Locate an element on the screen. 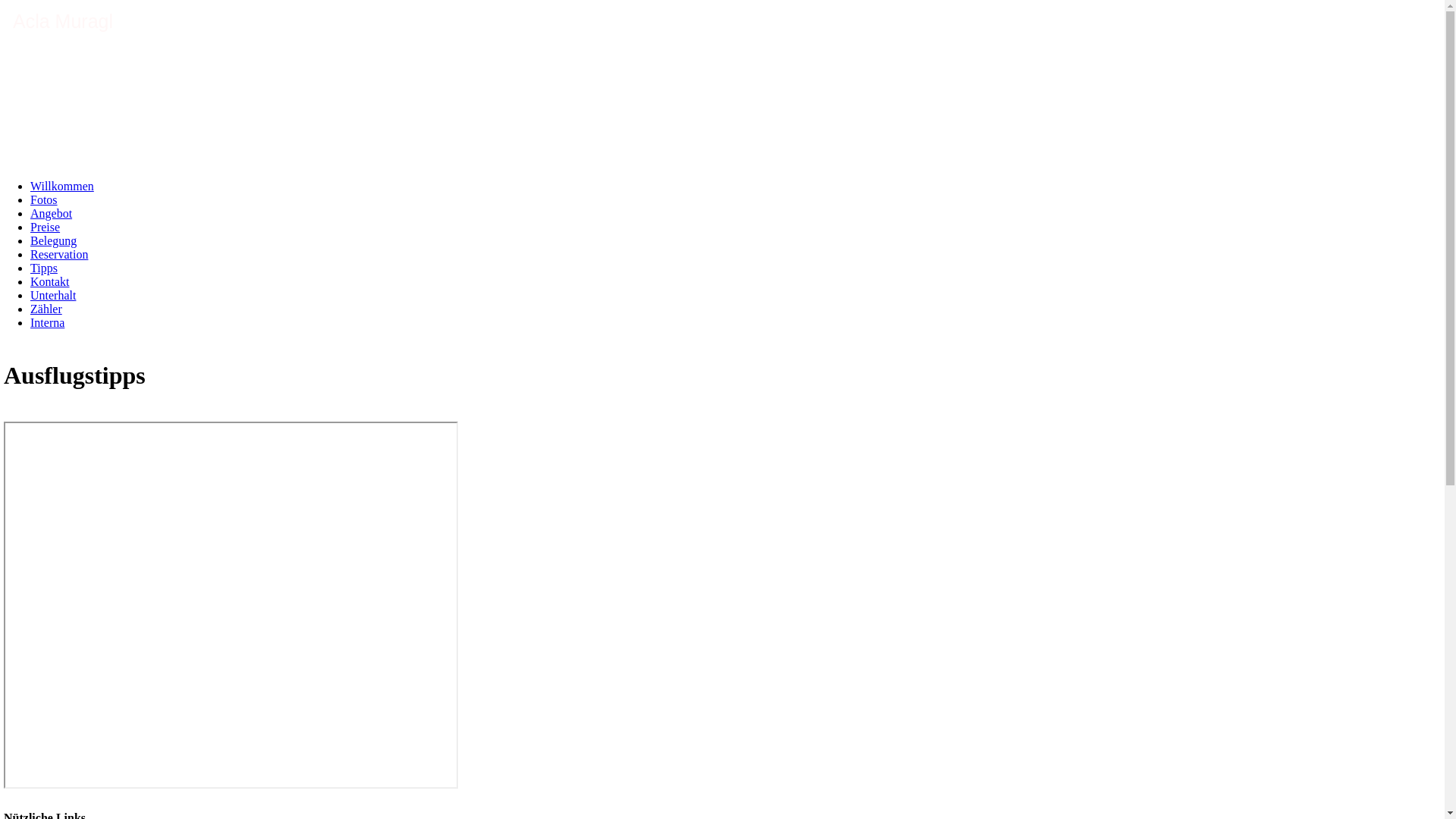  'Reservation' is located at coordinates (30, 253).